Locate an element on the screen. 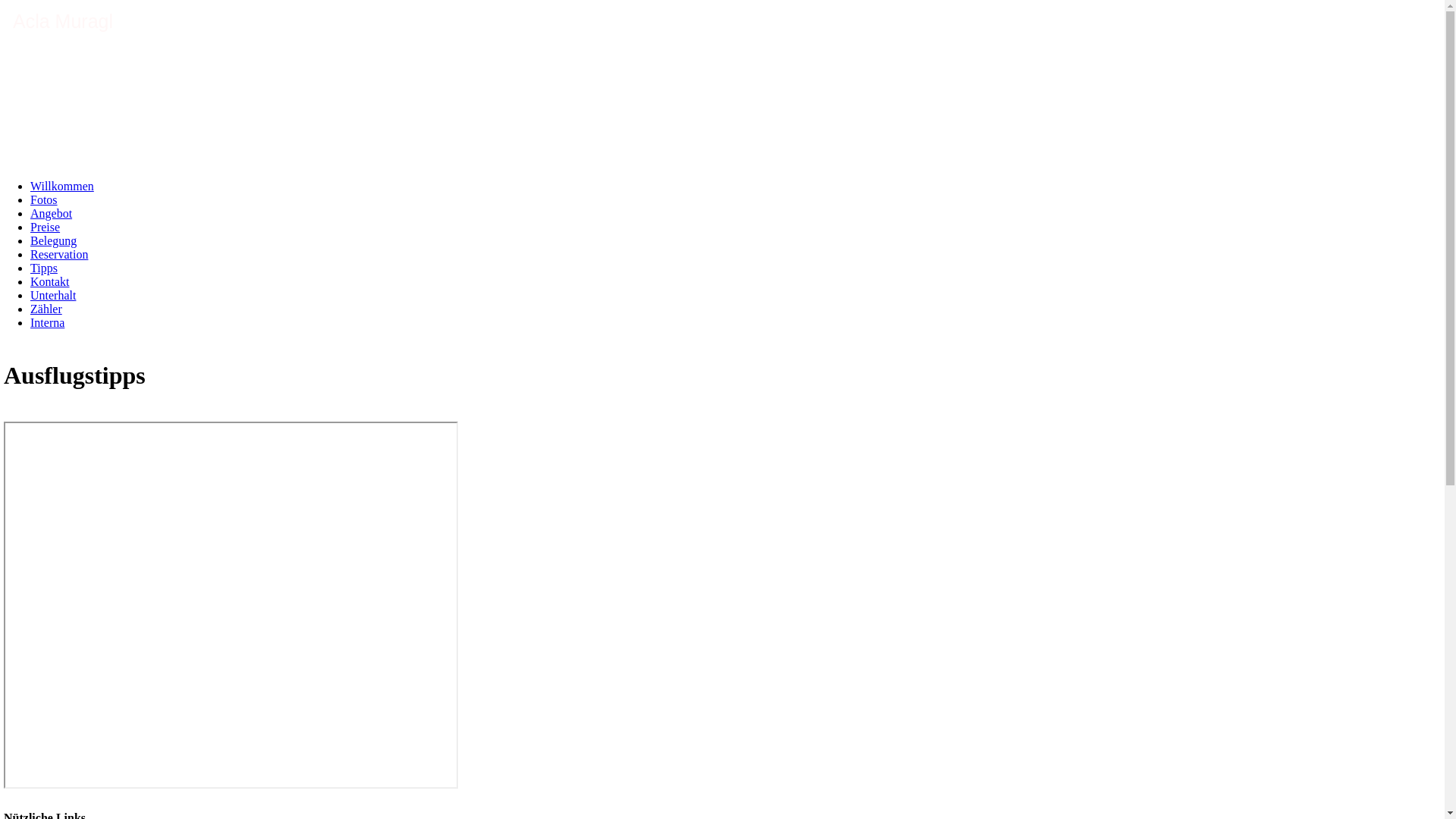  'Reservation' is located at coordinates (30, 253).